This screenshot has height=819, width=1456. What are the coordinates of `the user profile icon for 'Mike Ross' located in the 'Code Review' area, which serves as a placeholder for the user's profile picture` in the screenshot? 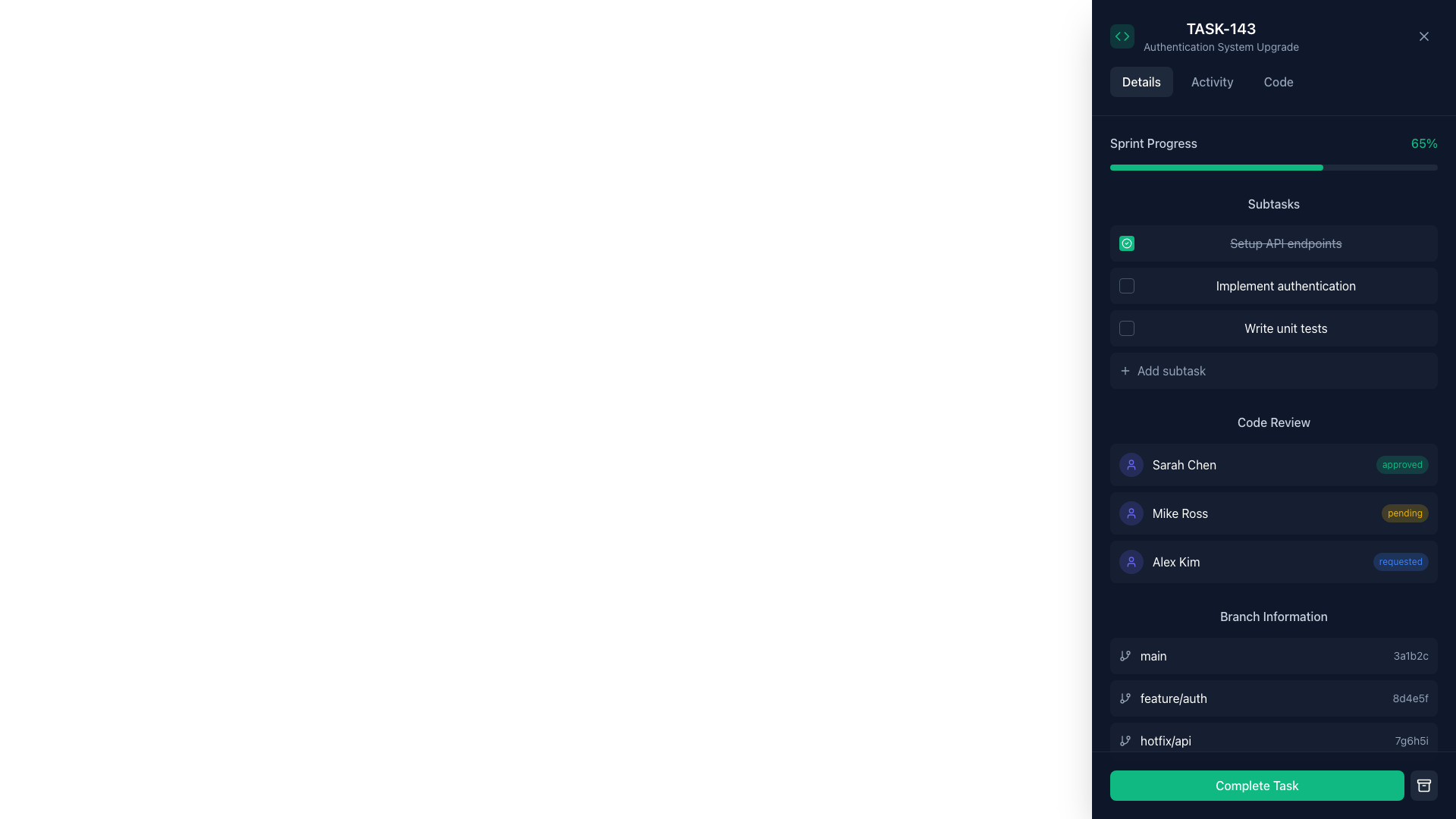 It's located at (1131, 513).